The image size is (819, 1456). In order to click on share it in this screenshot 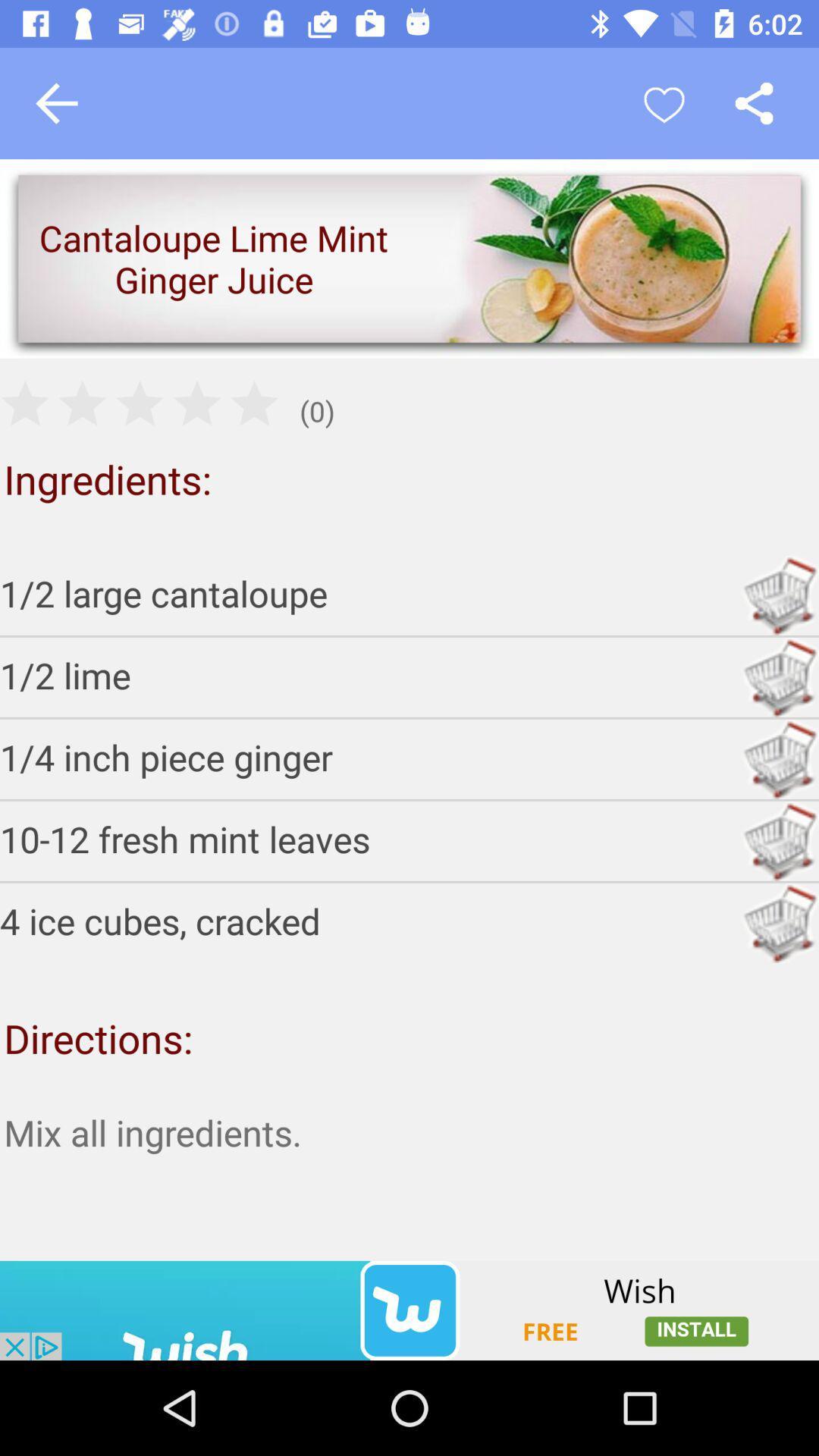, I will do `click(754, 102)`.